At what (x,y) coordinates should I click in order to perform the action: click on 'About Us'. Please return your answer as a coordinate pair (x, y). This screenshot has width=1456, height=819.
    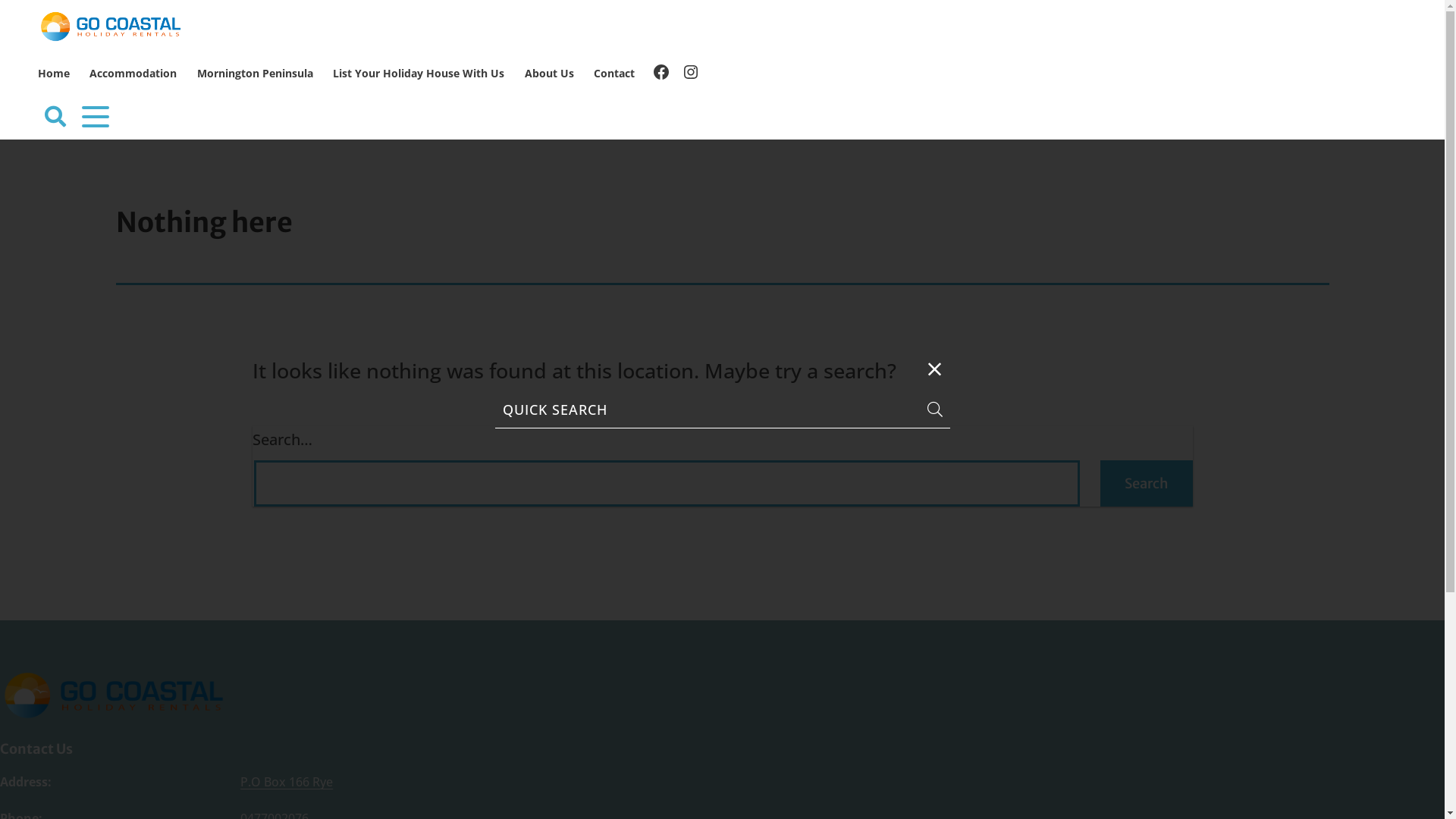
    Looking at the image, I should click on (548, 74).